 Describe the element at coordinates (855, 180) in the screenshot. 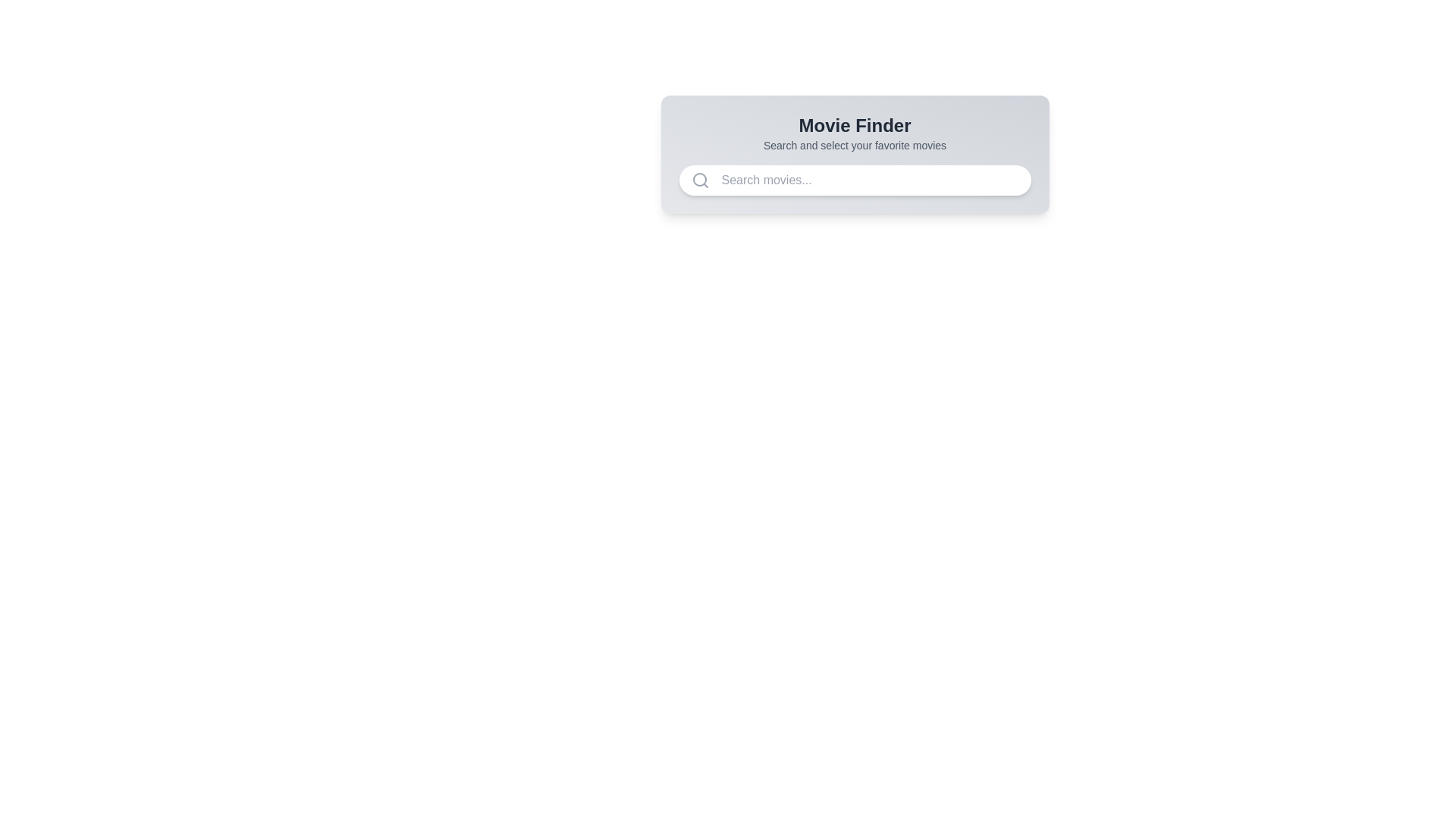

I see `the search input field for movies, which is located below the 'Movie Finder' title and 'Search and select your favorite movies' subtitle, to change its background or cursor appearance` at that location.